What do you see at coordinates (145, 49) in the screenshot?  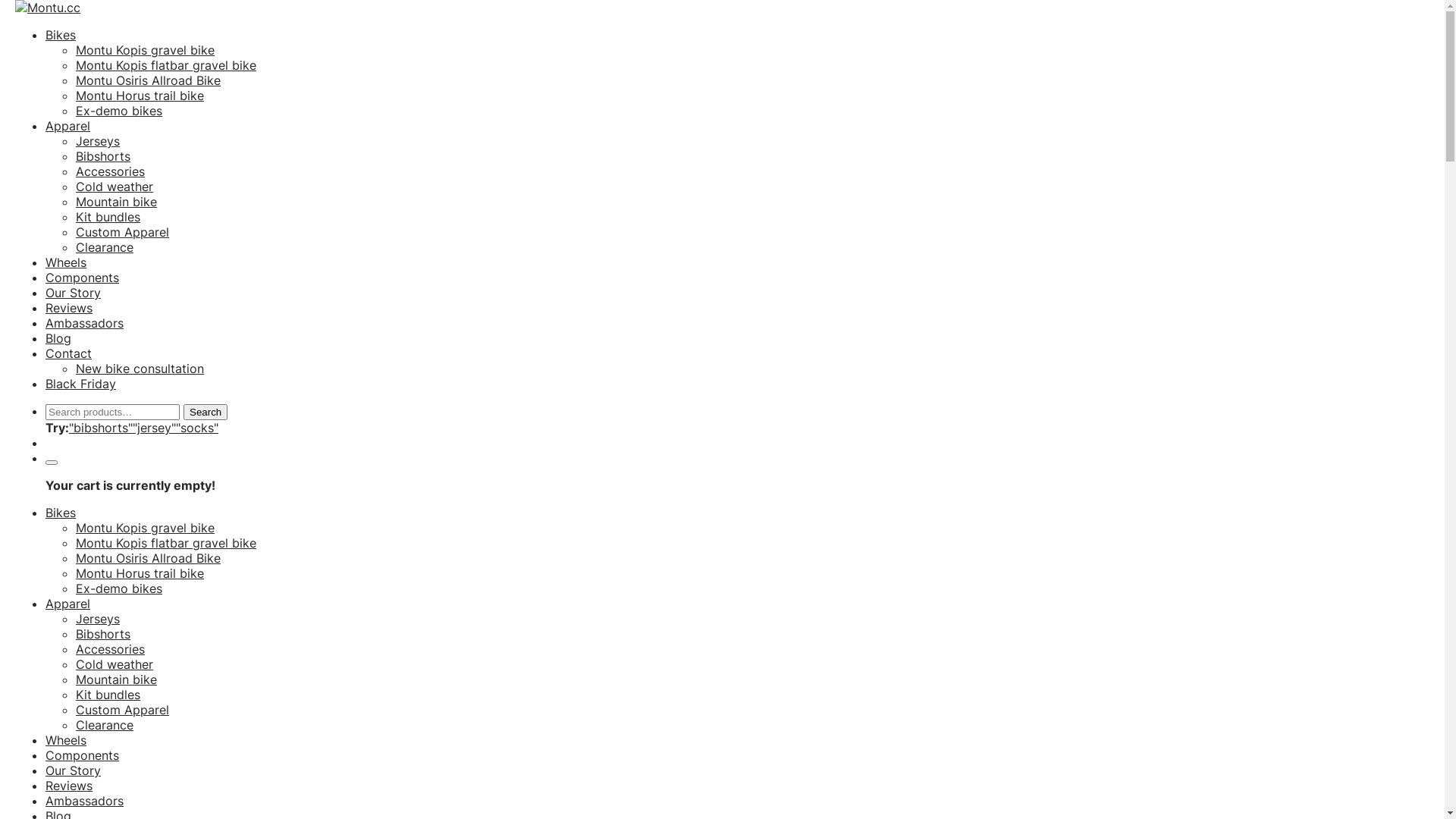 I see `'Montu Kopis gravel bike'` at bounding box center [145, 49].